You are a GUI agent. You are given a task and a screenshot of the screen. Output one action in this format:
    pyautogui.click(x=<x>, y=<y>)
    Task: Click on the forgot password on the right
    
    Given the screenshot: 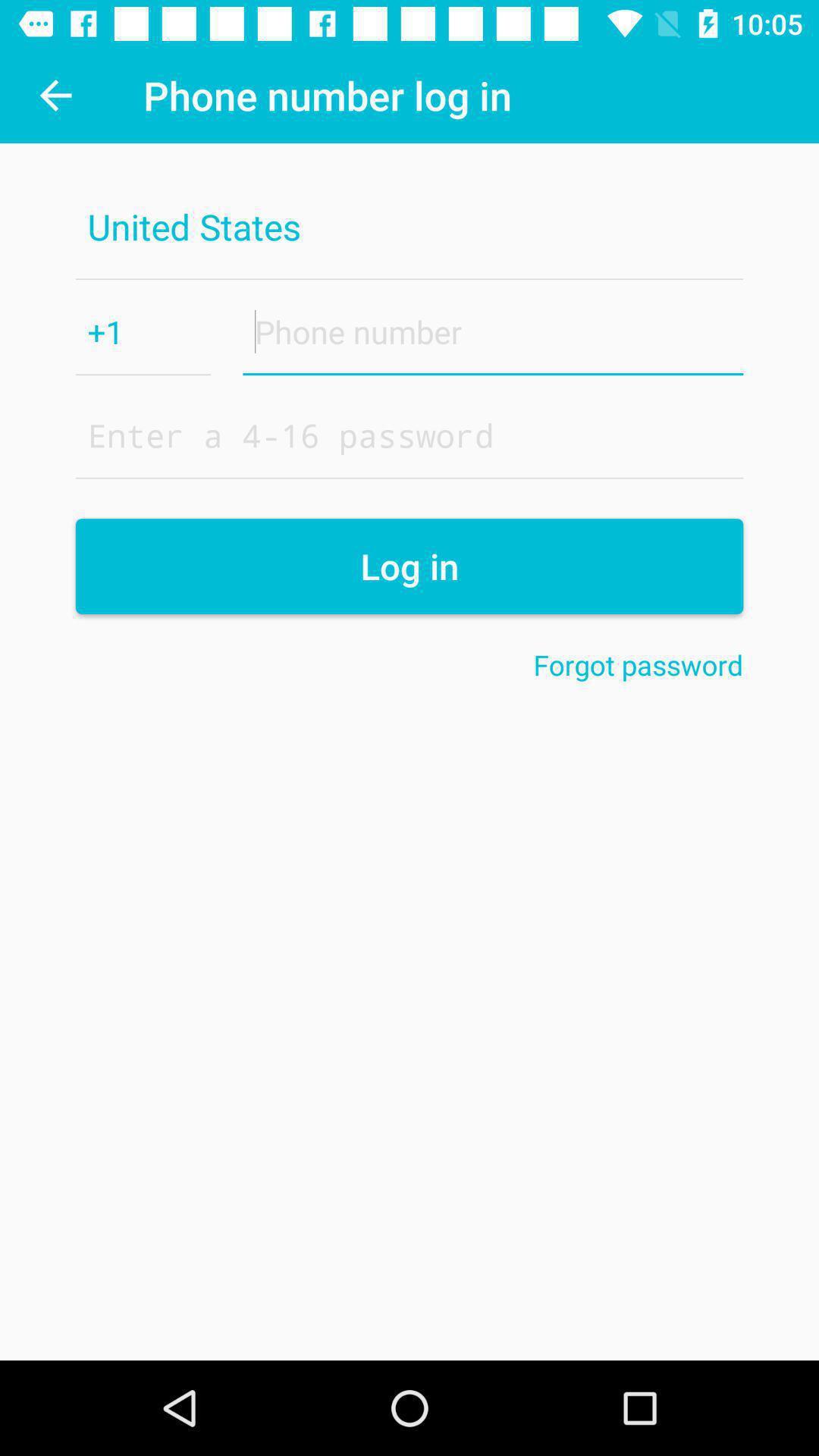 What is the action you would take?
    pyautogui.click(x=638, y=664)
    